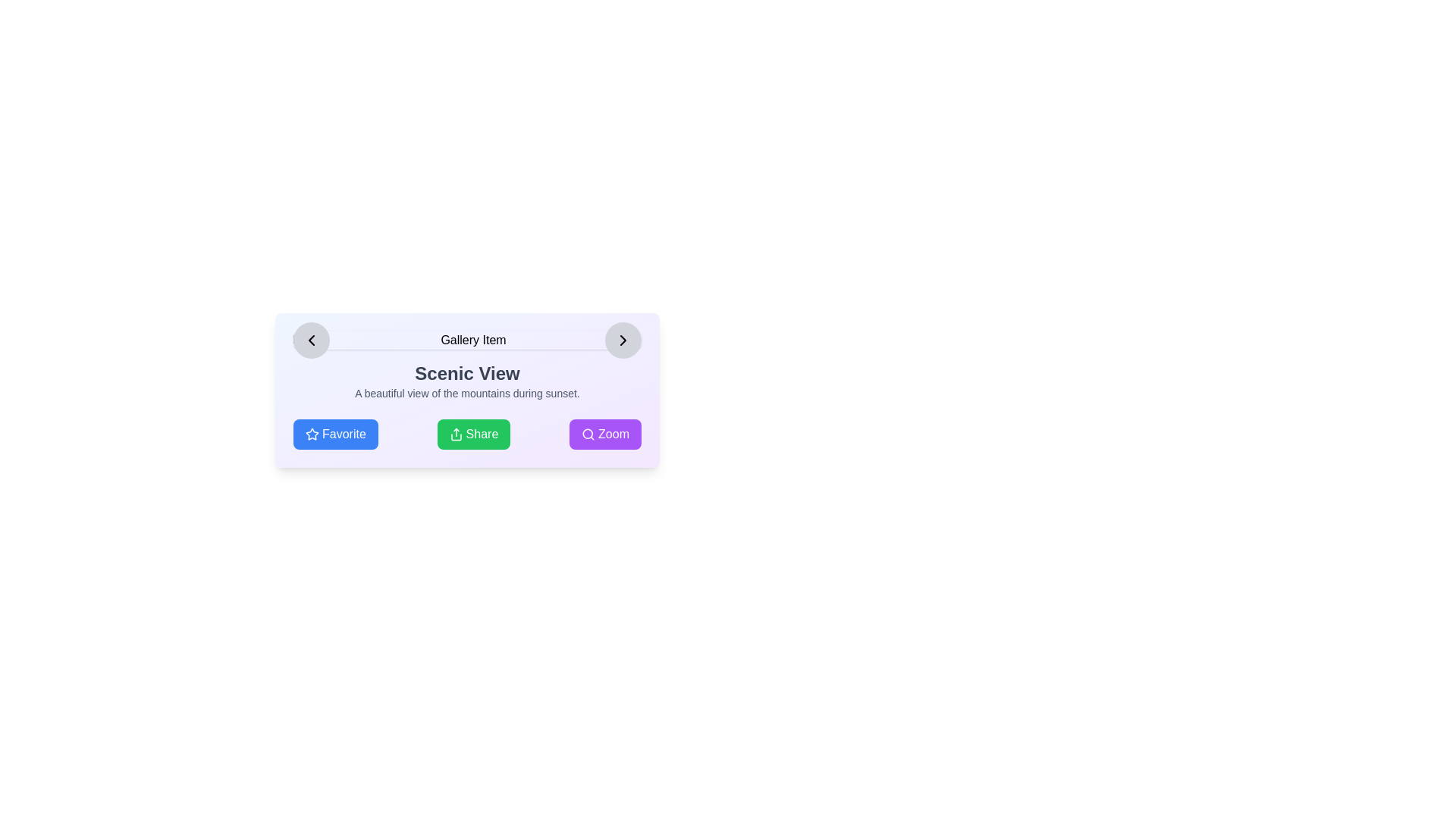  Describe the element at coordinates (311, 339) in the screenshot. I see `the left navigation button` at that location.